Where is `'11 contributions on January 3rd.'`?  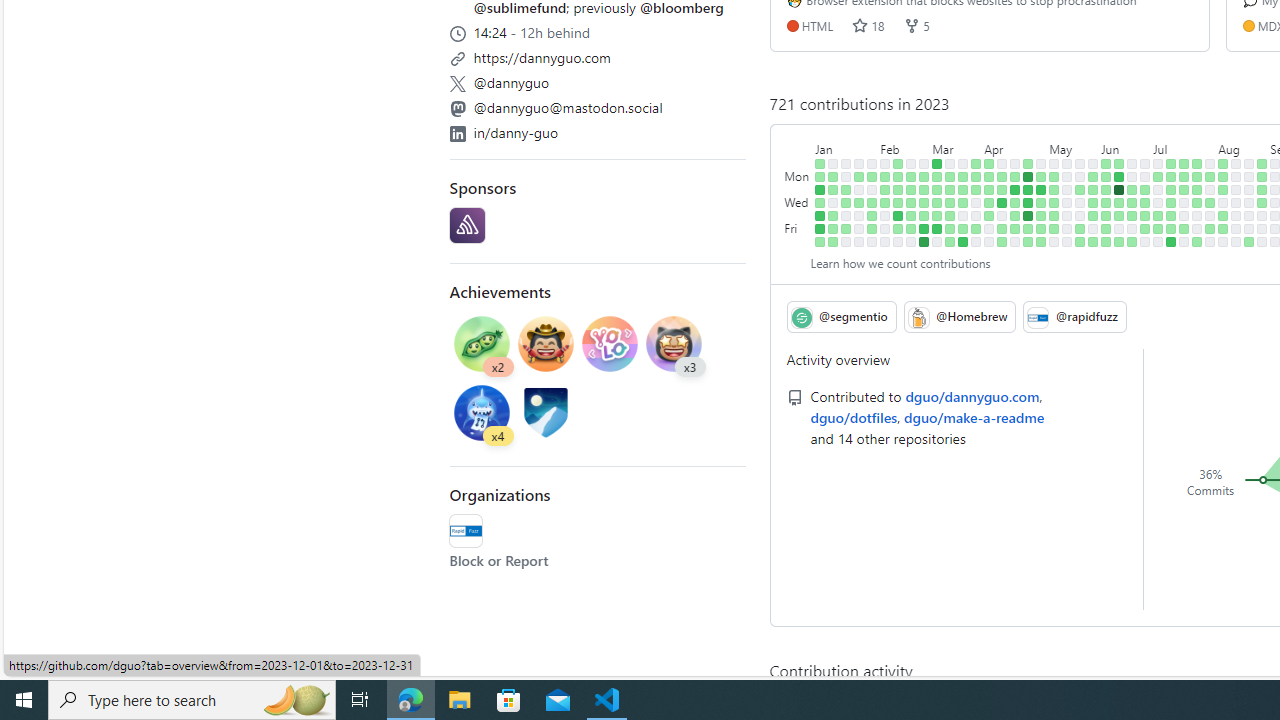
'11 contributions on January 3rd.' is located at coordinates (820, 189).